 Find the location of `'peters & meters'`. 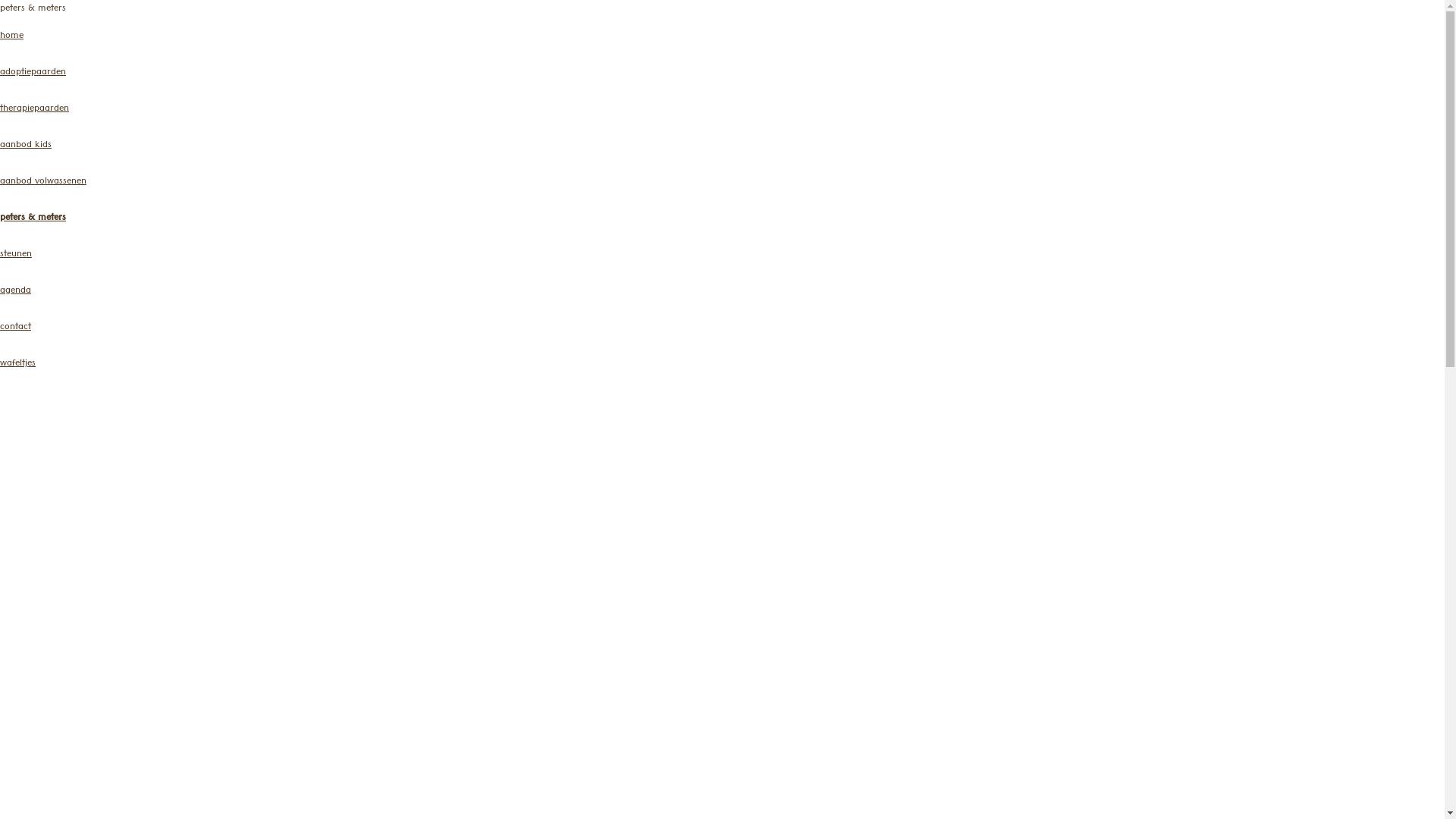

'peters & meters' is located at coordinates (33, 218).